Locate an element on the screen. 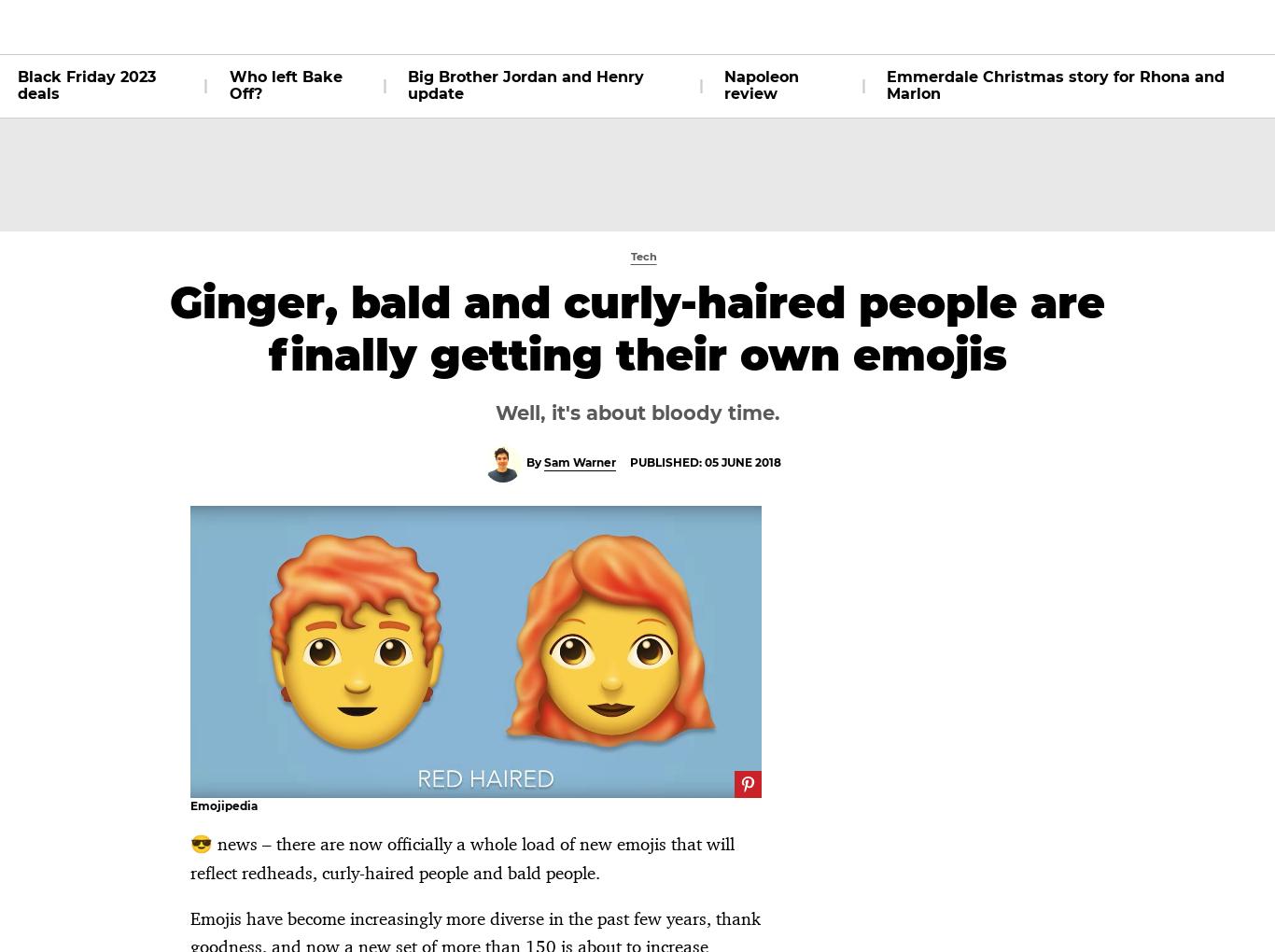  'Soaps' is located at coordinates (465, 25).